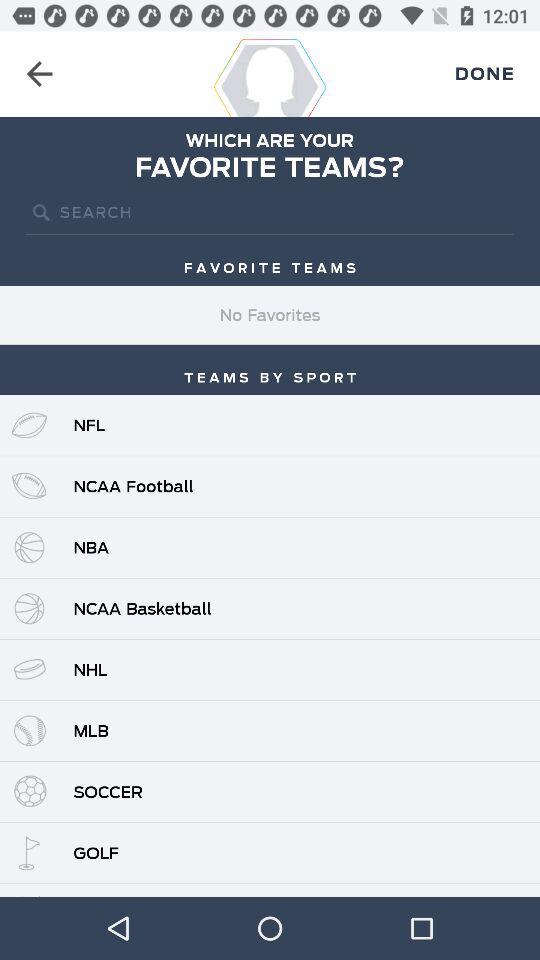 The image size is (540, 960). What do you see at coordinates (39, 74) in the screenshot?
I see `go back` at bounding box center [39, 74].